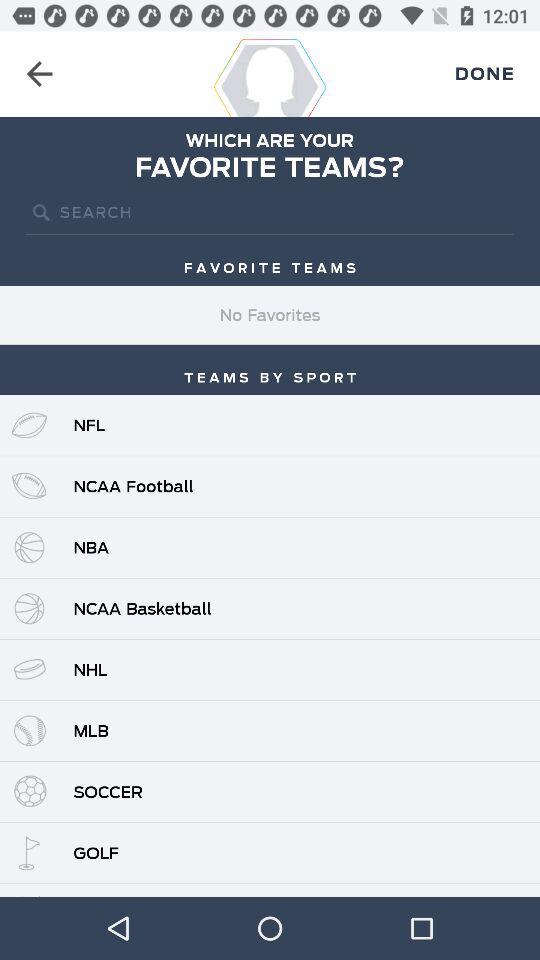 The image size is (540, 960). What do you see at coordinates (39, 74) in the screenshot?
I see `go back` at bounding box center [39, 74].